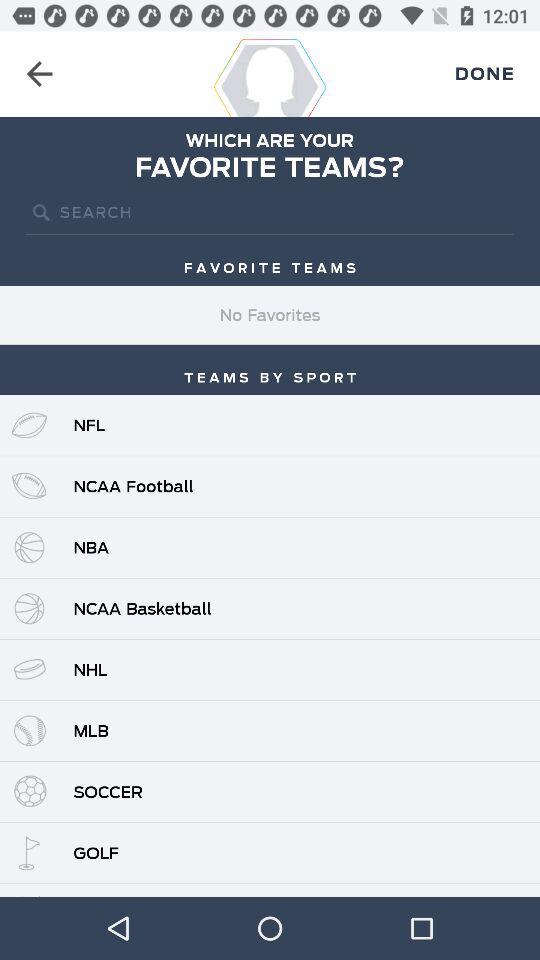 The image size is (540, 960). What do you see at coordinates (39, 74) in the screenshot?
I see `go back` at bounding box center [39, 74].